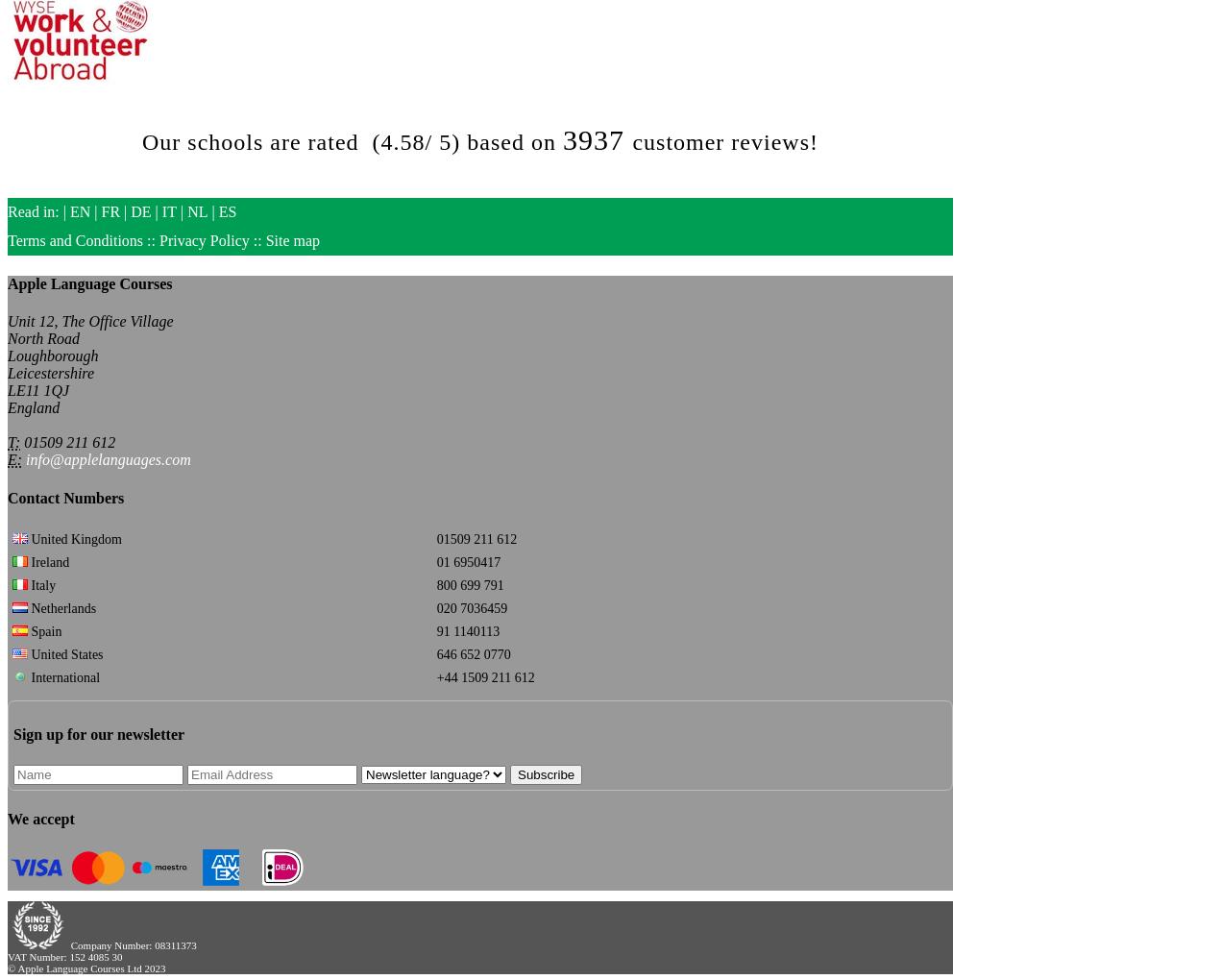 The image size is (1221, 980). Describe the element at coordinates (168, 210) in the screenshot. I see `'IT'` at that location.